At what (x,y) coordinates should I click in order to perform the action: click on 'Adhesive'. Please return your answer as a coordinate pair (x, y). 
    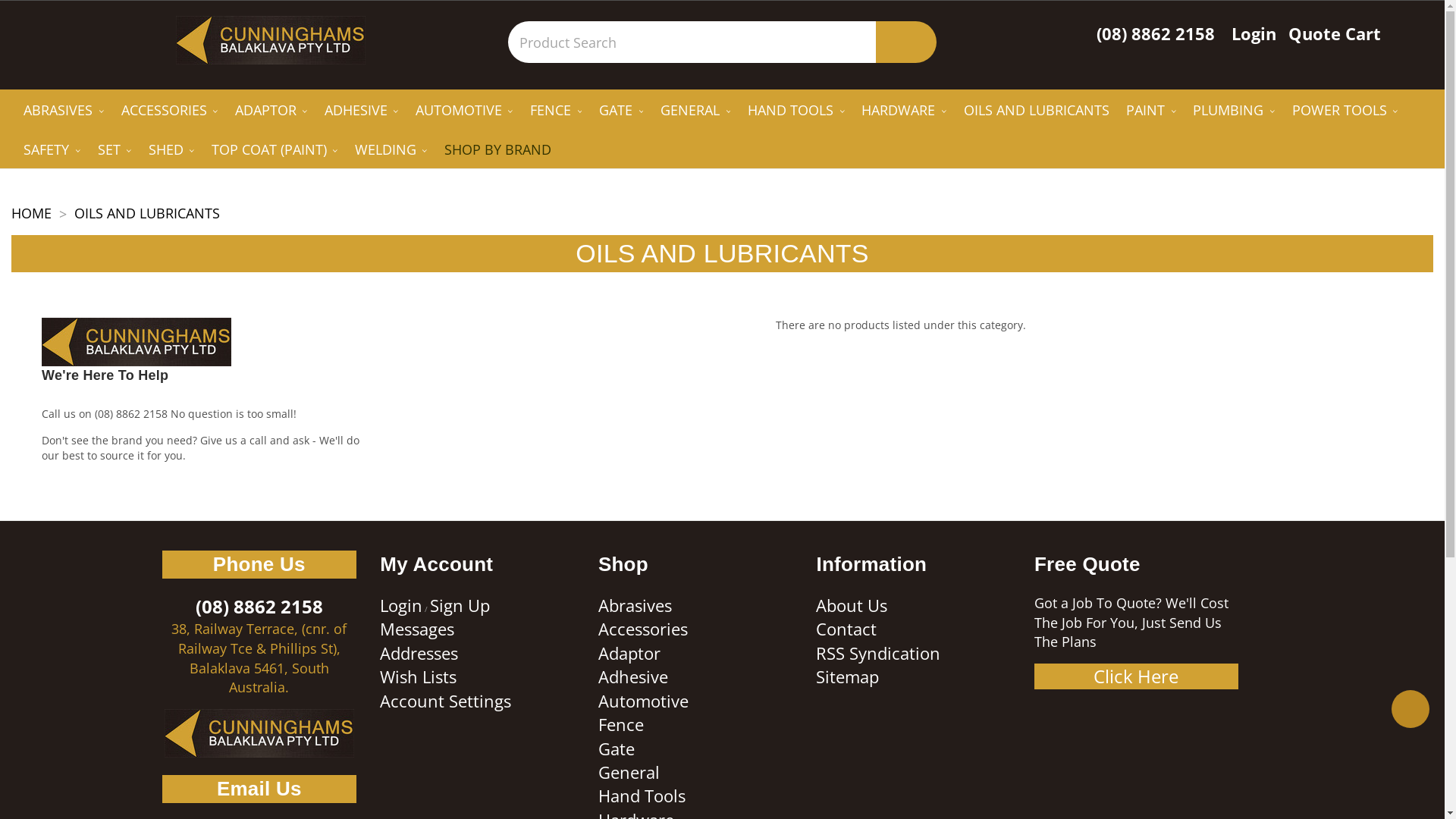
    Looking at the image, I should click on (633, 675).